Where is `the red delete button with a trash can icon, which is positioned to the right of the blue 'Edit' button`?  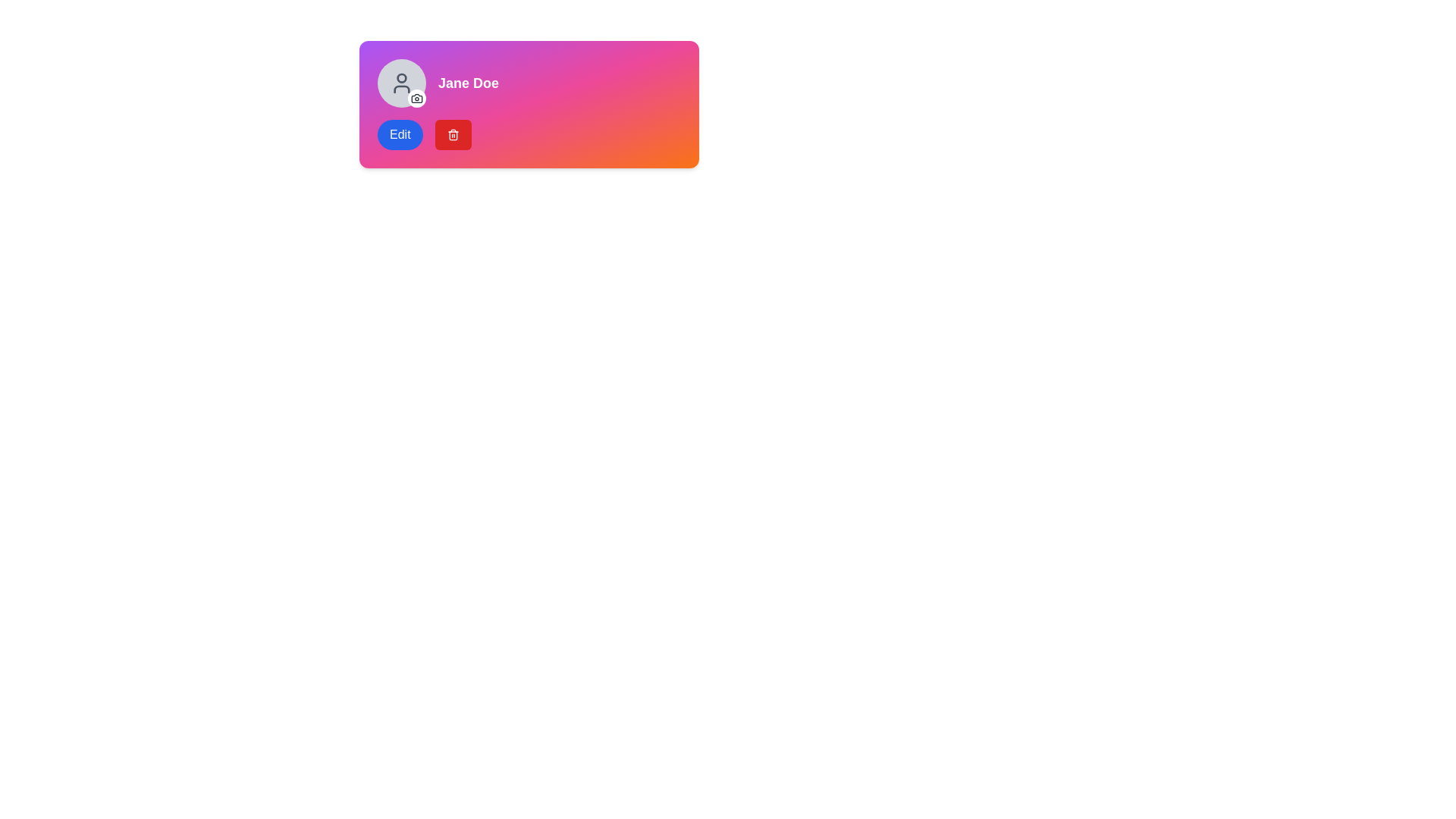
the red delete button with a trash can icon, which is positioned to the right of the blue 'Edit' button is located at coordinates (452, 133).